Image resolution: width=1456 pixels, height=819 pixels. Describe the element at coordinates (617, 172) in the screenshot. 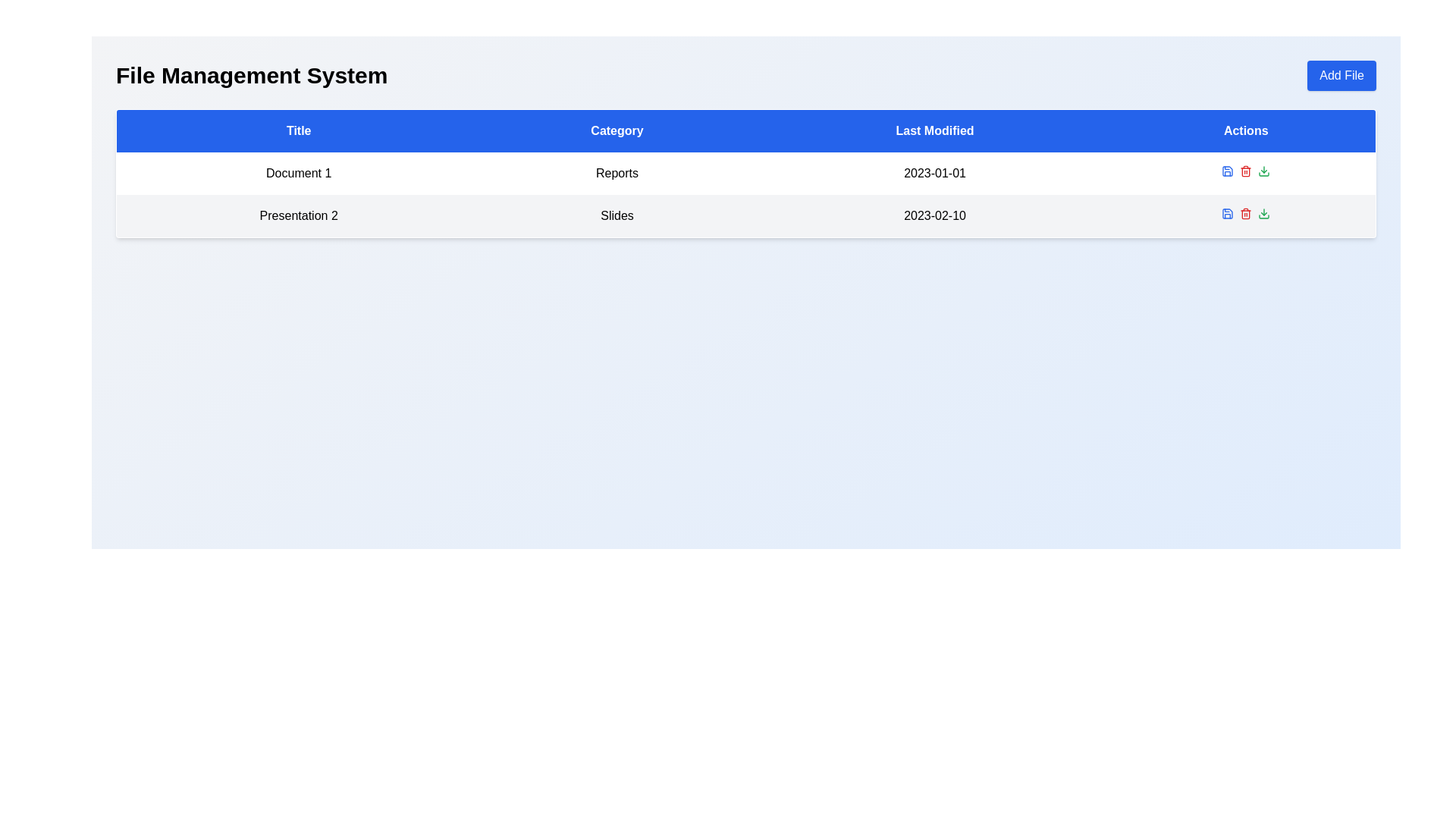

I see `the Text cell in the second column under the 'Category' header of the table, which corresponds to 'Document 1'` at that location.